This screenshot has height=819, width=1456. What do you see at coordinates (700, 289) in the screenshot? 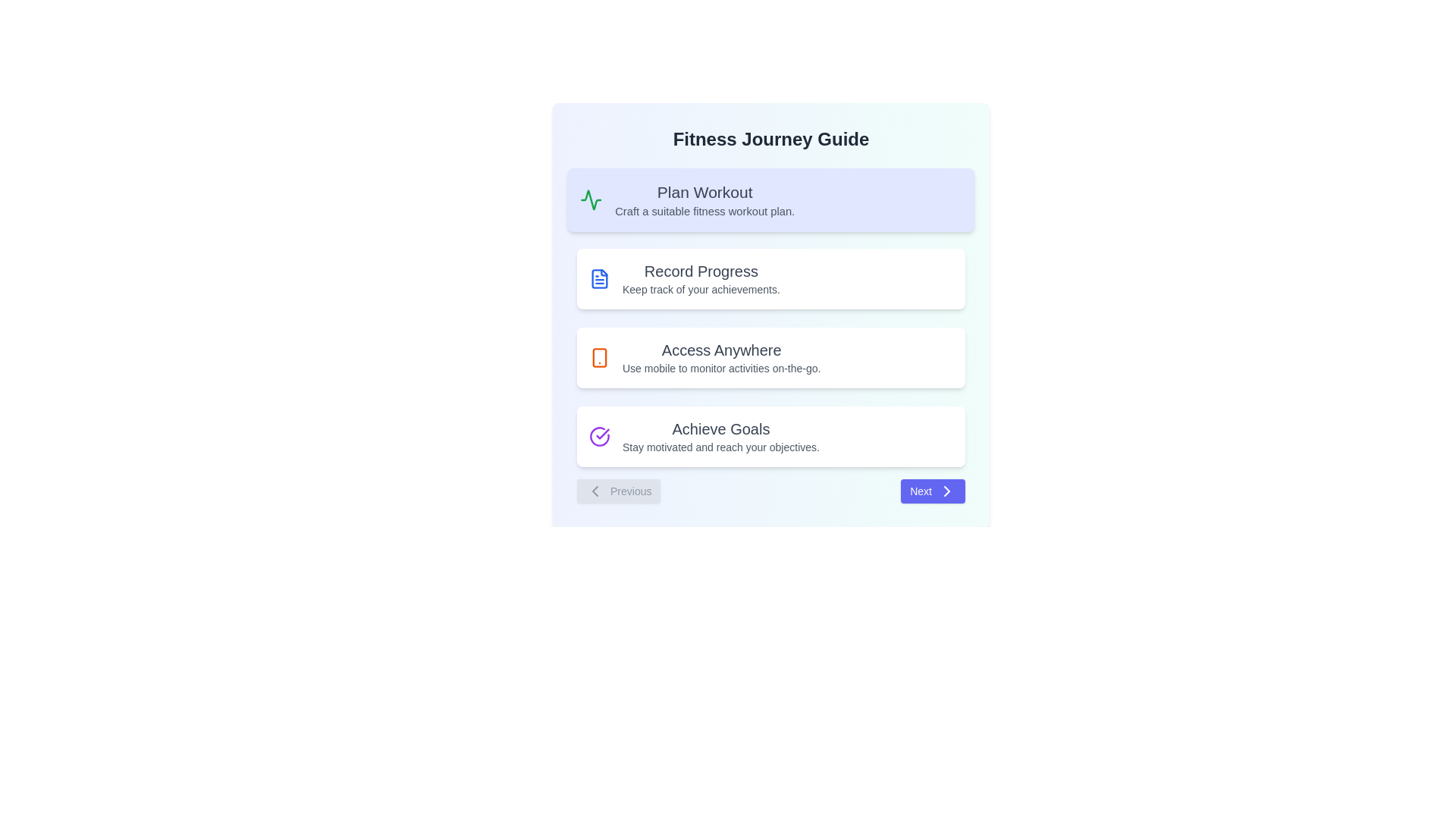
I see `the text label that provides supportive context for the 'Record Progress' action, located below the 'Record Progress' heading in the second action card` at bounding box center [700, 289].